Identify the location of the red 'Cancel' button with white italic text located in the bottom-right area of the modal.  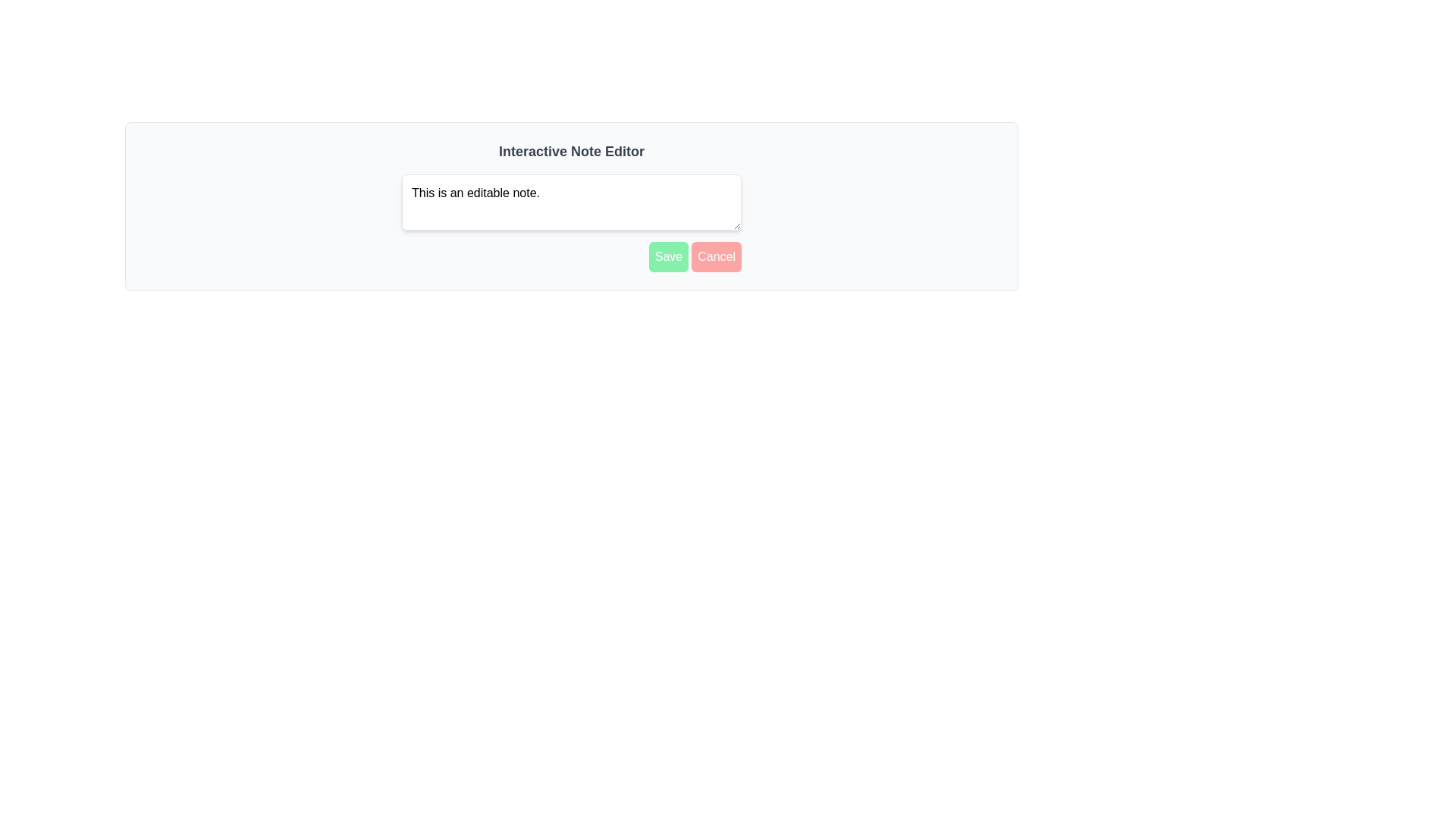
(716, 256).